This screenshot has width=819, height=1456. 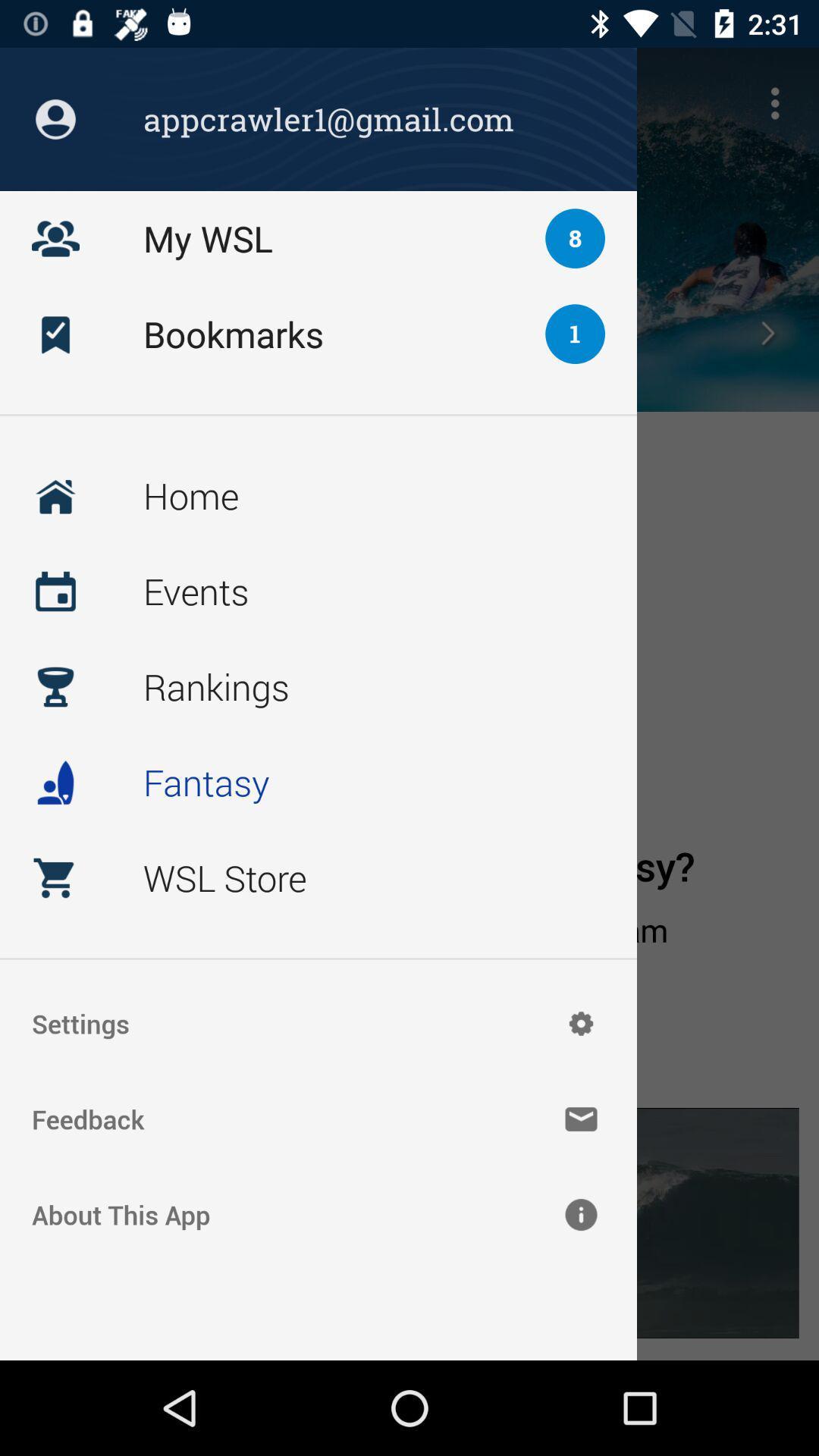 What do you see at coordinates (55, 332) in the screenshot?
I see `the volume icon` at bounding box center [55, 332].